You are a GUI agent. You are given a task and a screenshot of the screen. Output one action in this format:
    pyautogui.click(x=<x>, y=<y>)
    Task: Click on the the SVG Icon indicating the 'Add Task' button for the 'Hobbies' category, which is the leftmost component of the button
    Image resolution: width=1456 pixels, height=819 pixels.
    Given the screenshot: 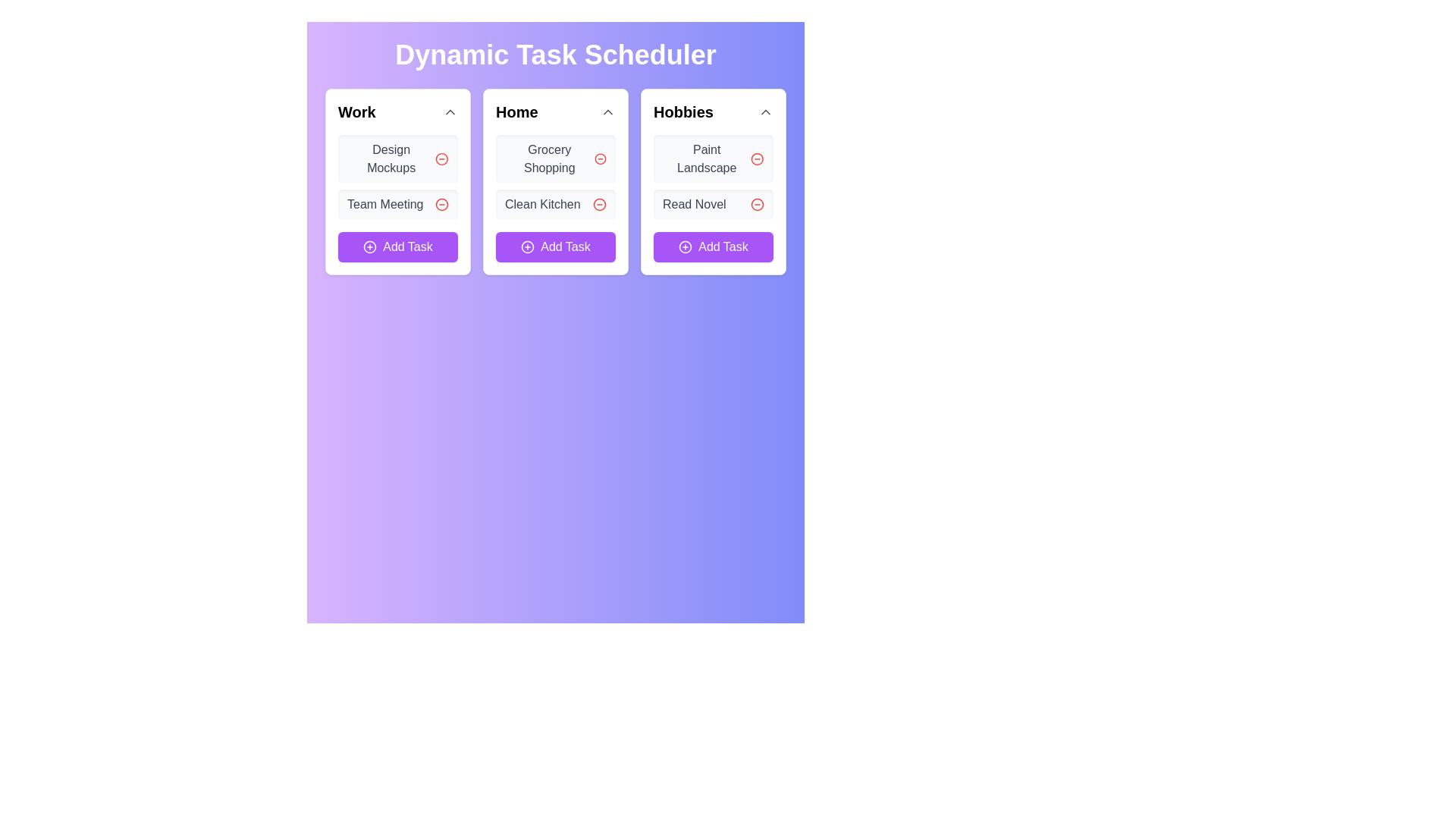 What is the action you would take?
    pyautogui.click(x=685, y=246)
    